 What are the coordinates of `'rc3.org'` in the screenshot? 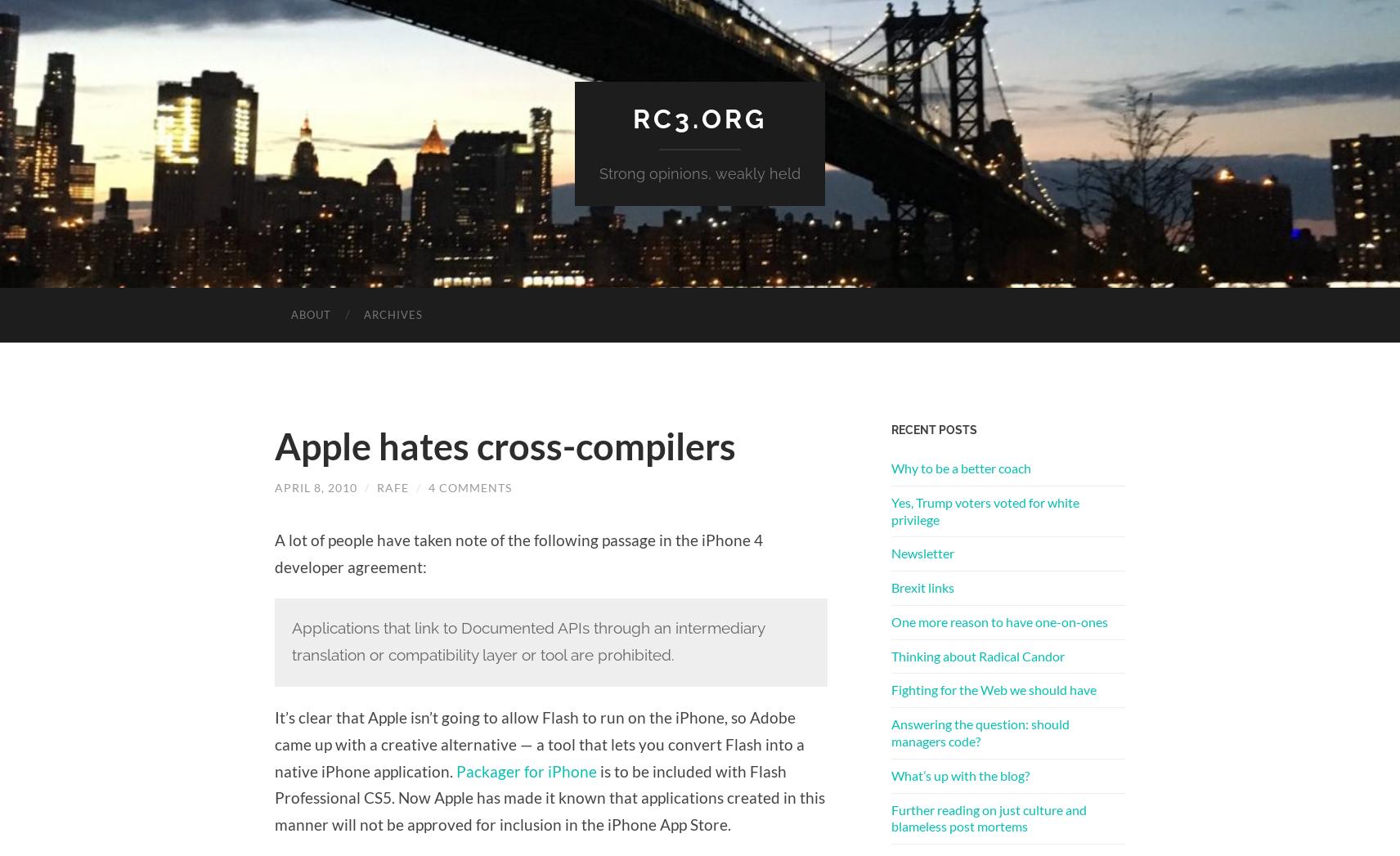 It's located at (700, 119).